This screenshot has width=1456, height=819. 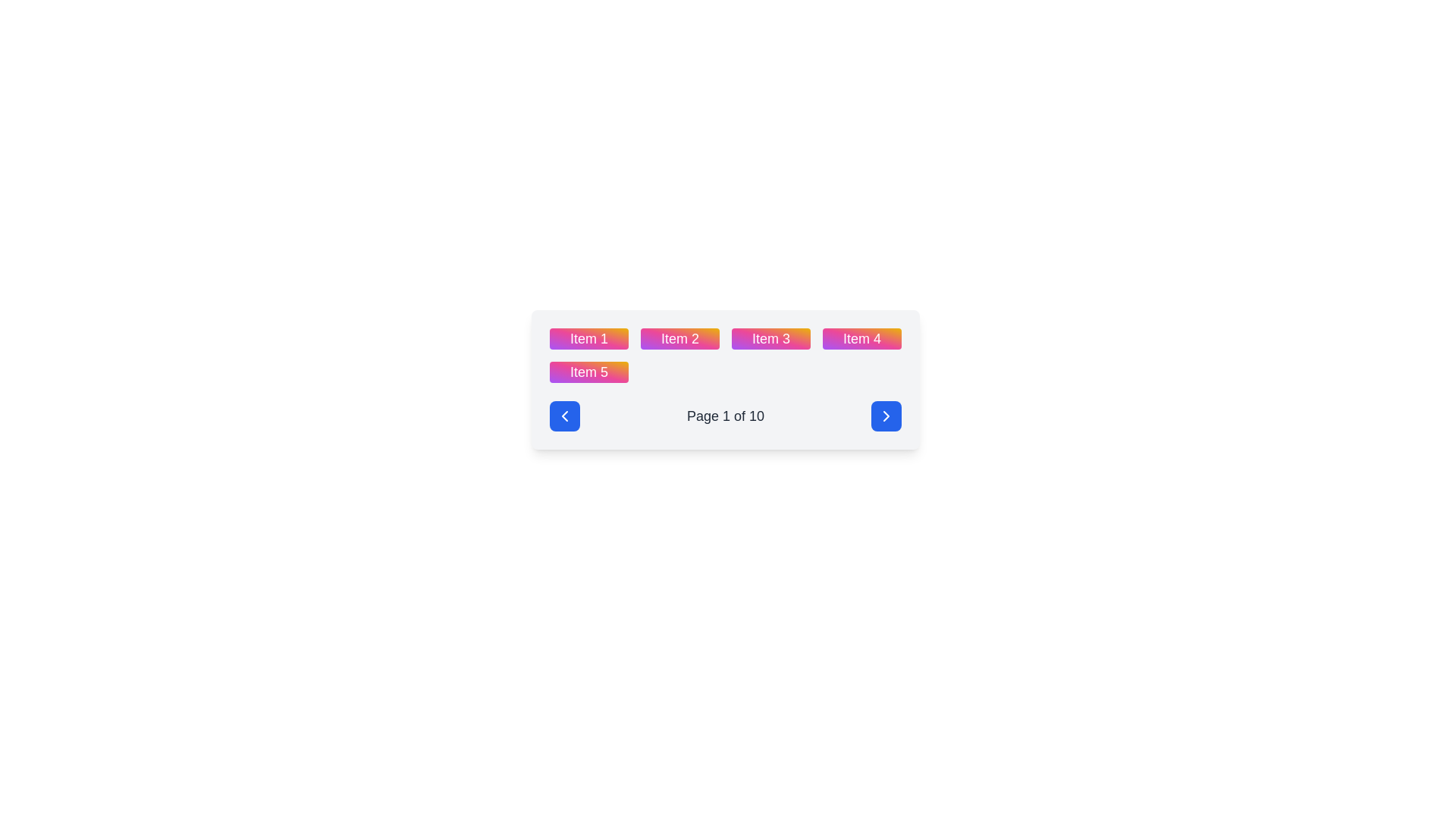 What do you see at coordinates (886, 416) in the screenshot?
I see `the blue circular button containing the right-pointing chevron icon` at bounding box center [886, 416].